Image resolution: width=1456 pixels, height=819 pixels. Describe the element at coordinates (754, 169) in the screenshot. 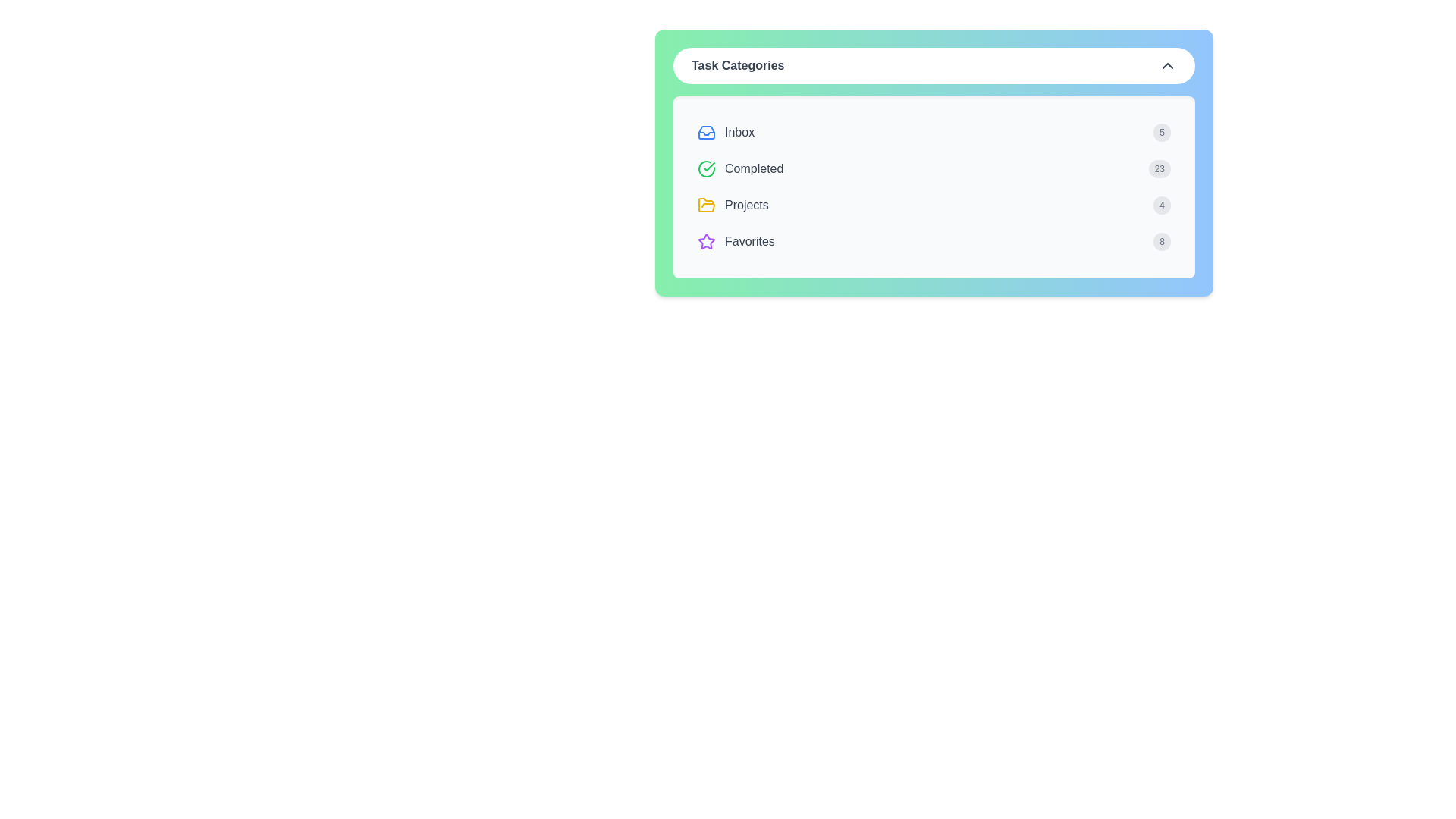

I see `the 'Completed' text label element, which is styled in gray and represents a task completion status, located in the 'Task Categories' list` at that location.